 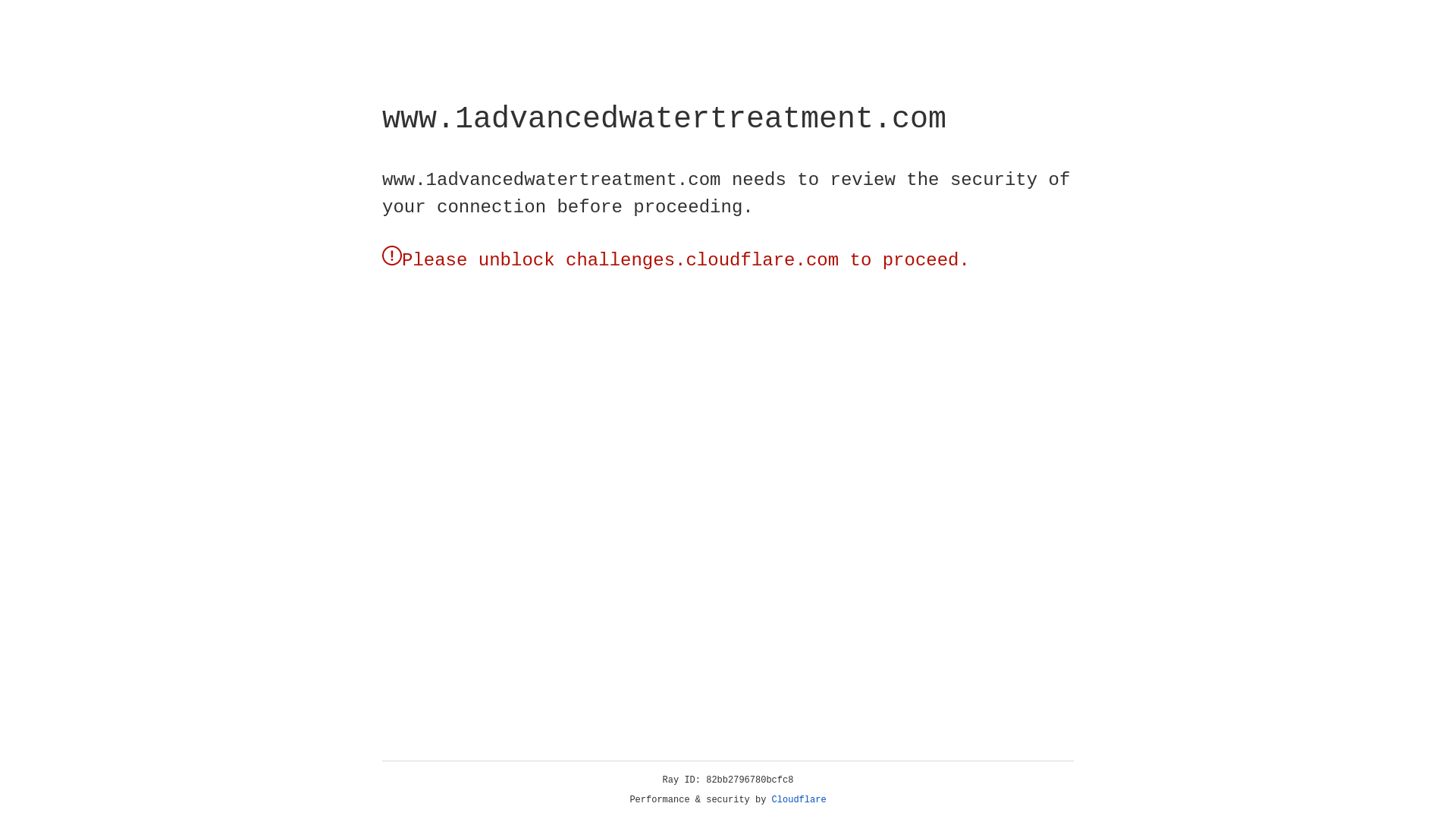 I want to click on 'Cloudflare', so click(x=799, y=799).